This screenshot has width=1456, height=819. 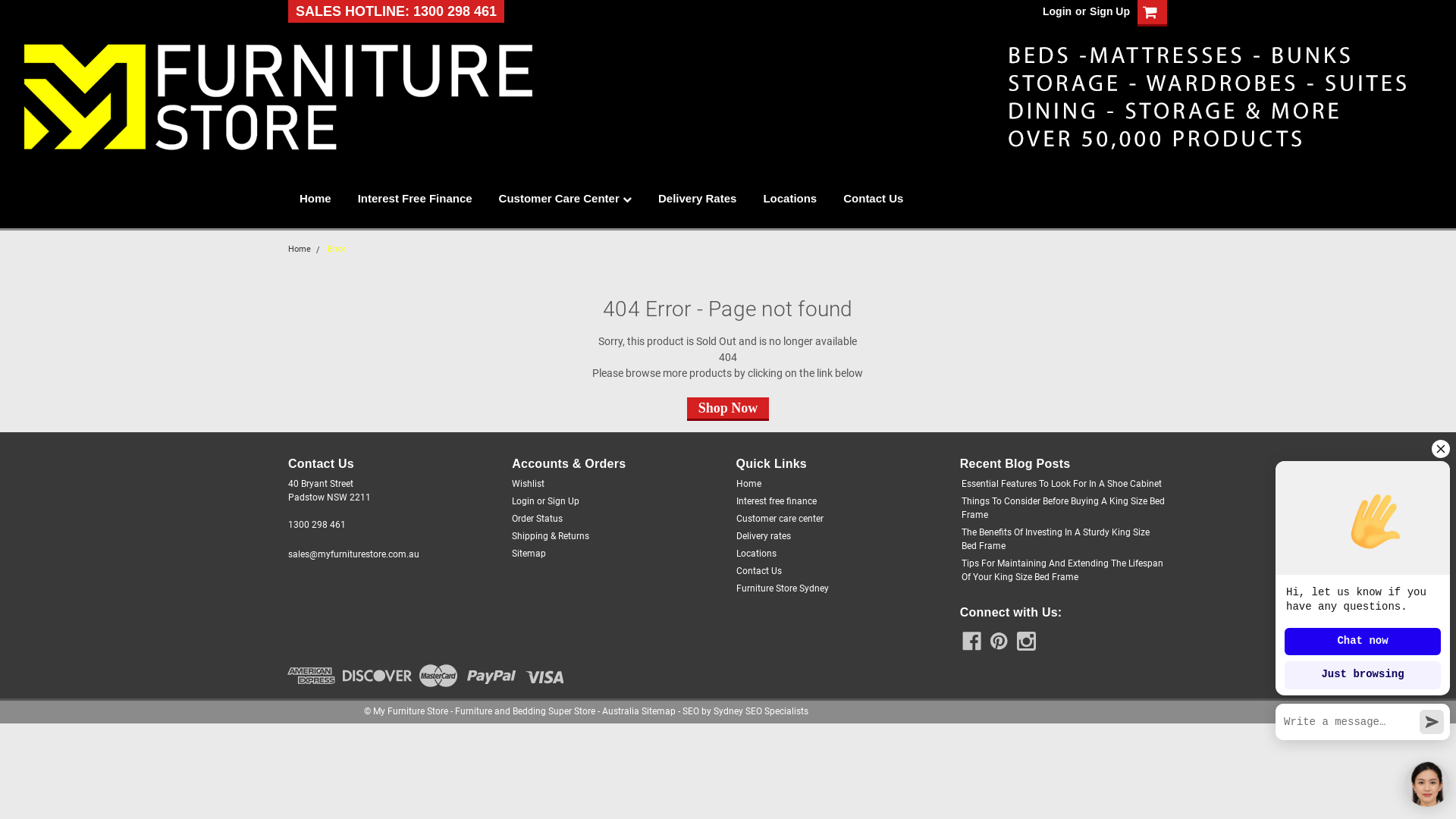 What do you see at coordinates (287, 523) in the screenshot?
I see `'1300 298 461'` at bounding box center [287, 523].